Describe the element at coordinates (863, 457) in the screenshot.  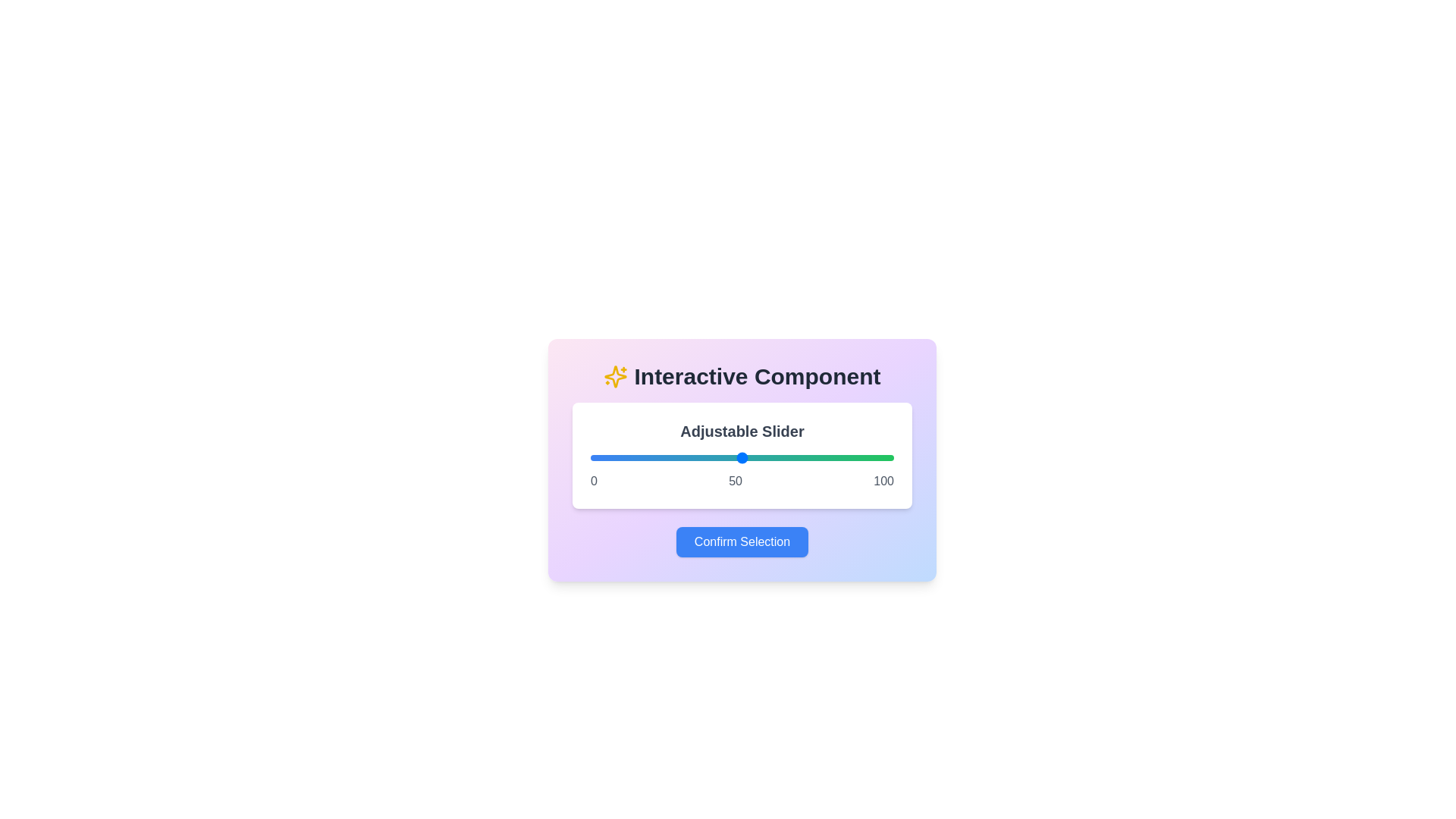
I see `the slider to a specific value 90` at that location.